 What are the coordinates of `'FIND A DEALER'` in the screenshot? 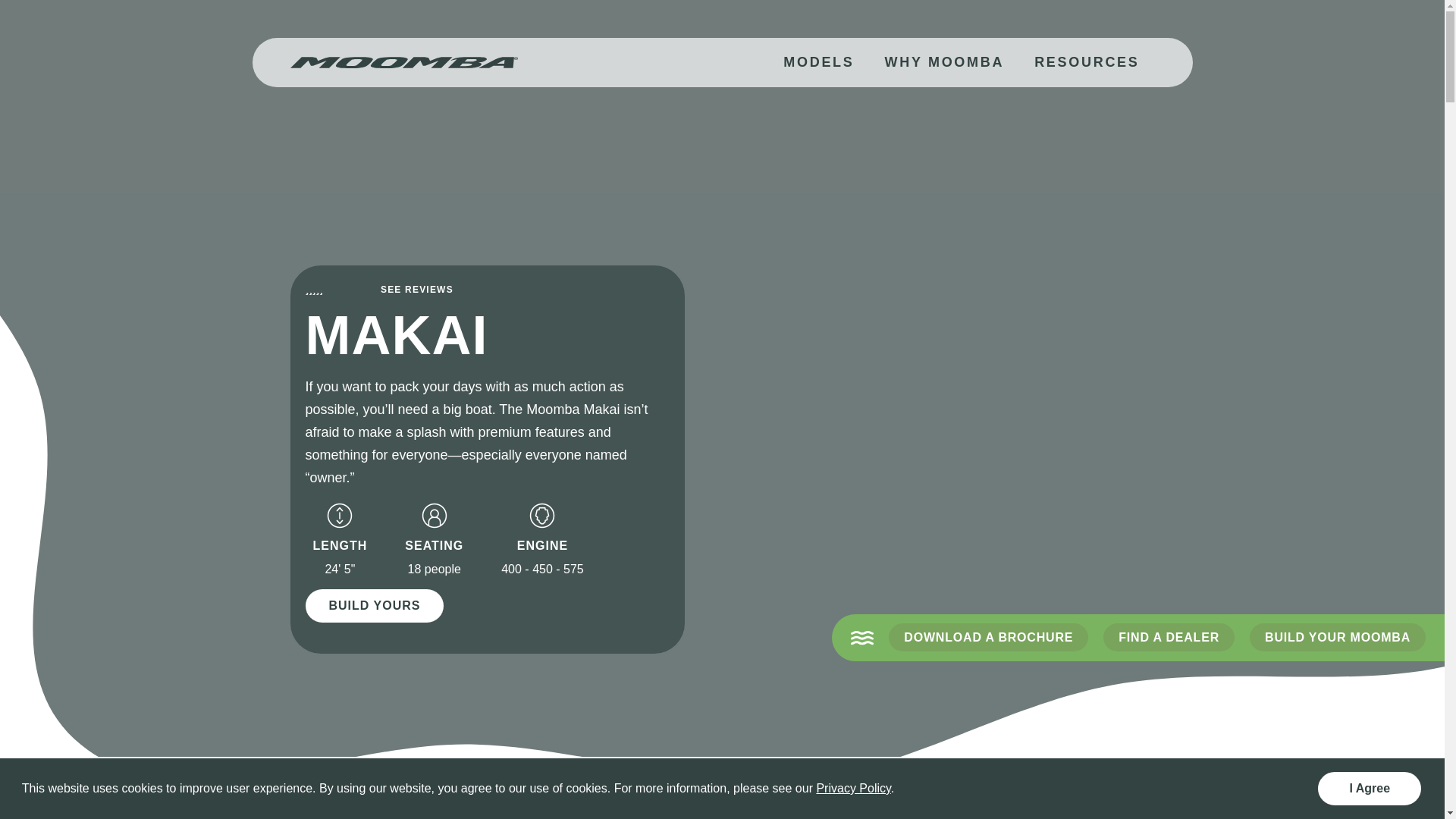 It's located at (1168, 637).